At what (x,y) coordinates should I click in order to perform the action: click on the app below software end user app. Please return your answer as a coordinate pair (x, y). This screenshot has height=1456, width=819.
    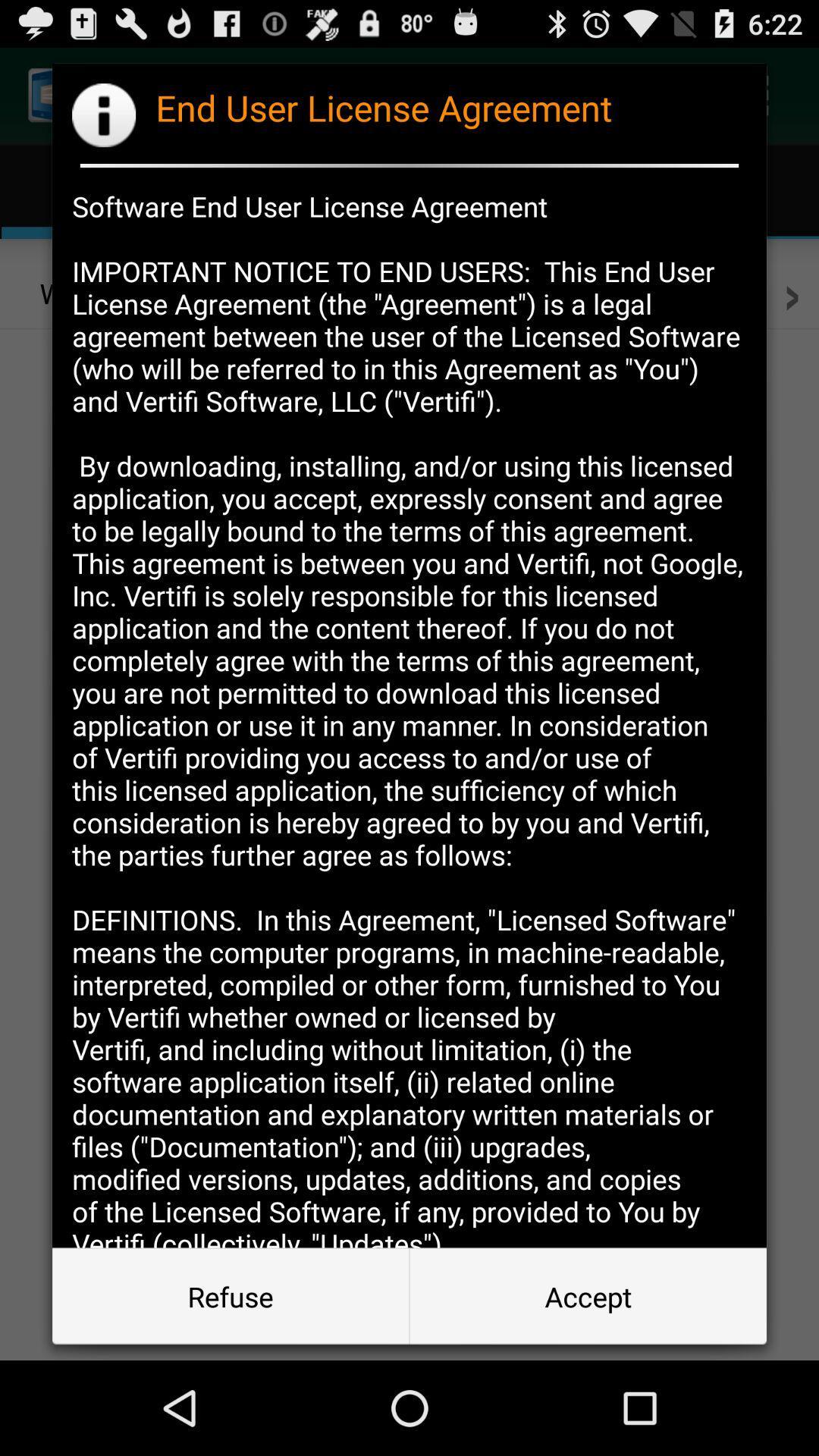
    Looking at the image, I should click on (587, 1295).